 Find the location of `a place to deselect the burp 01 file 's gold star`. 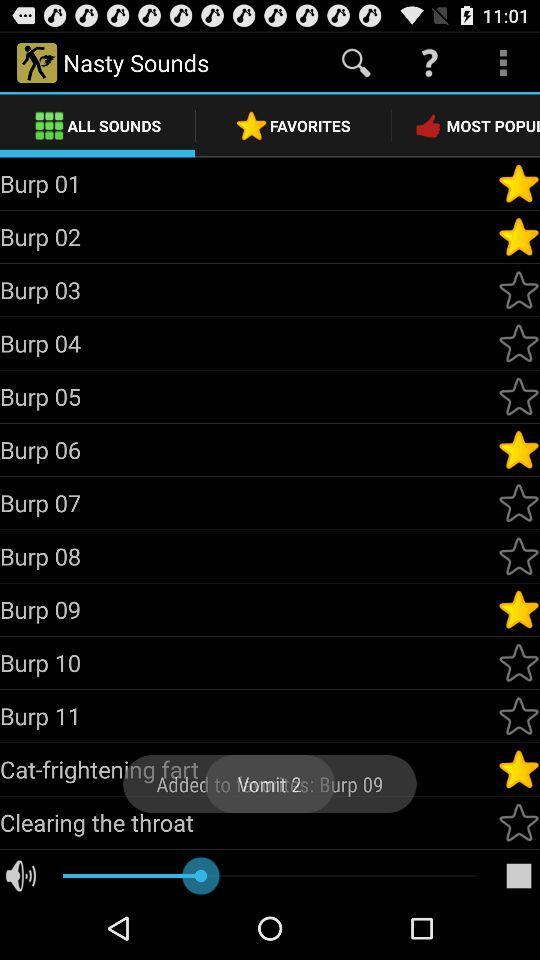

a place to deselect the burp 01 file 's gold star is located at coordinates (518, 183).